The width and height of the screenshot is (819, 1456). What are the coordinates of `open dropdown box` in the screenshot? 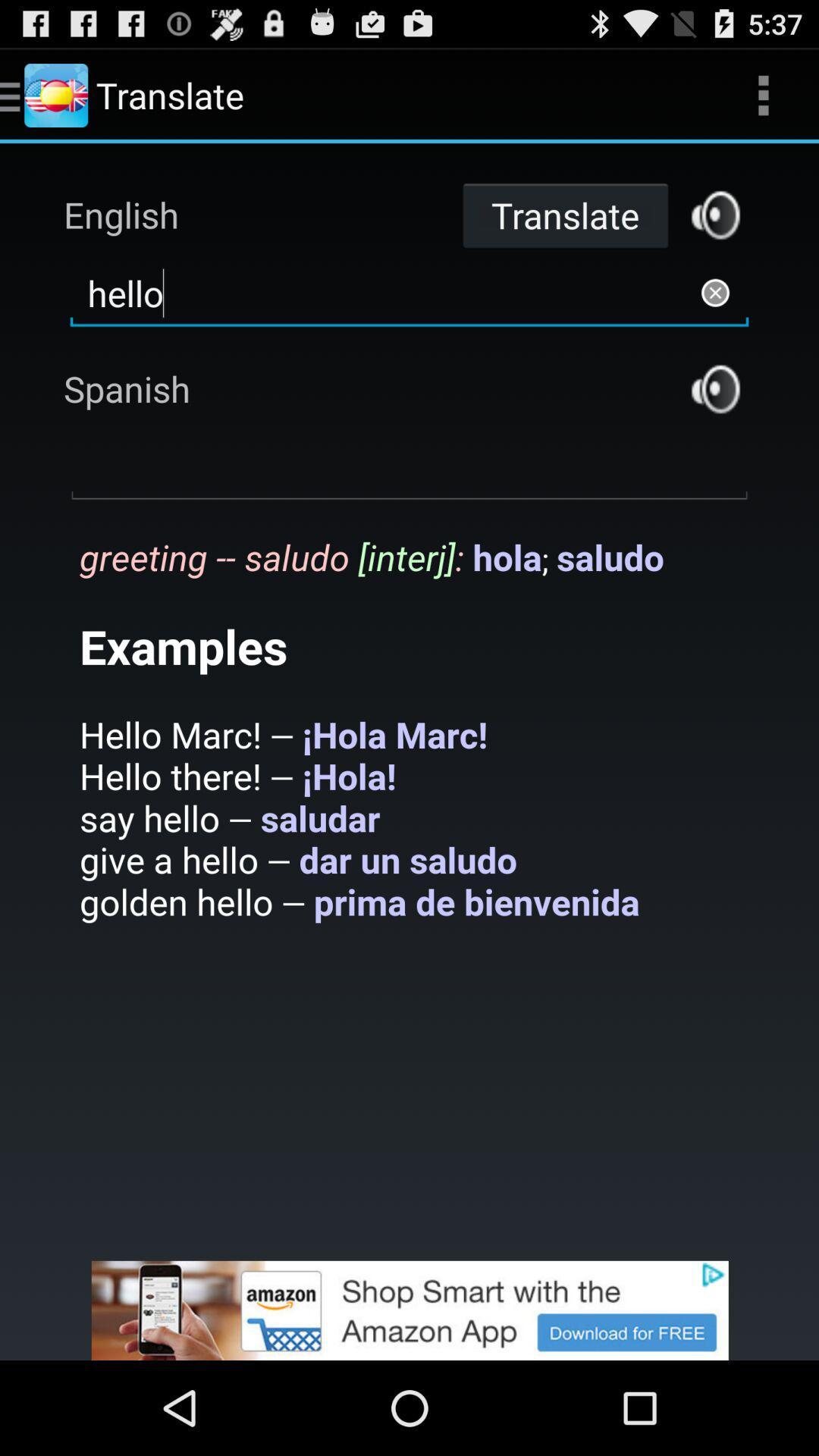 It's located at (409, 467).